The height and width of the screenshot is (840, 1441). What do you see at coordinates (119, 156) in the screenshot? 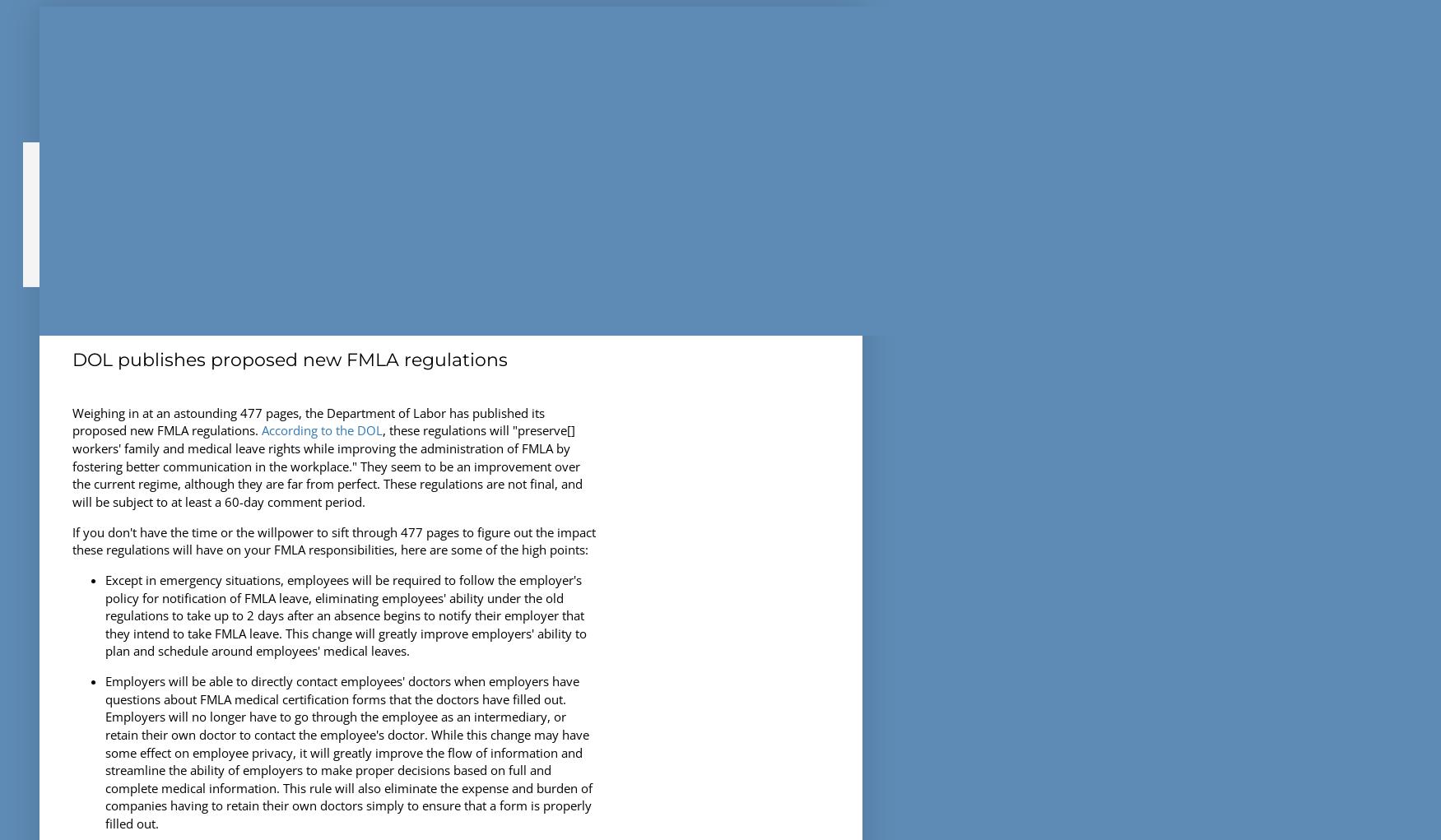
I see `'About Jon Hyman'` at bounding box center [119, 156].